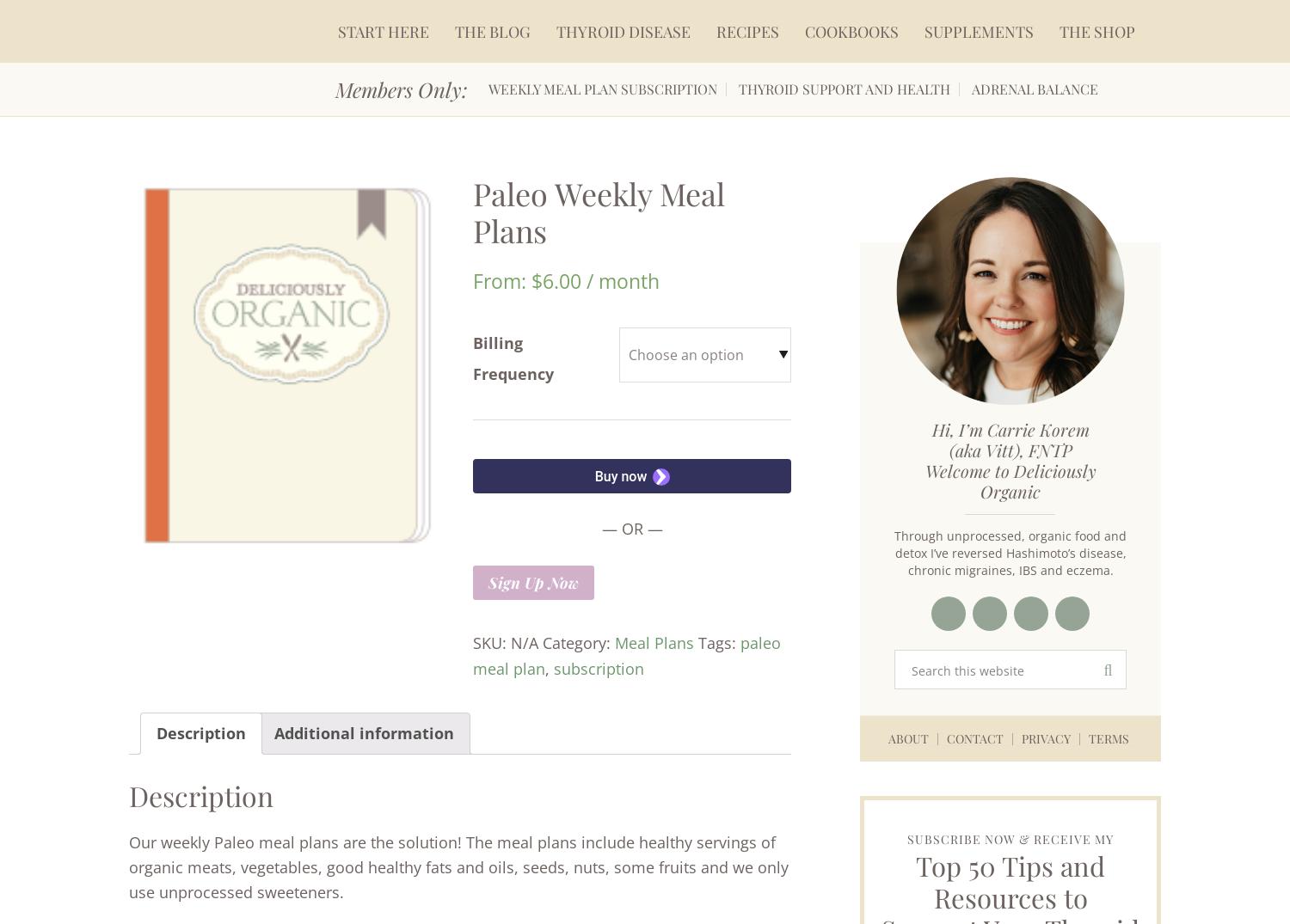 The image size is (1290, 924). I want to click on 'Adrenal Balance', so click(1034, 88).